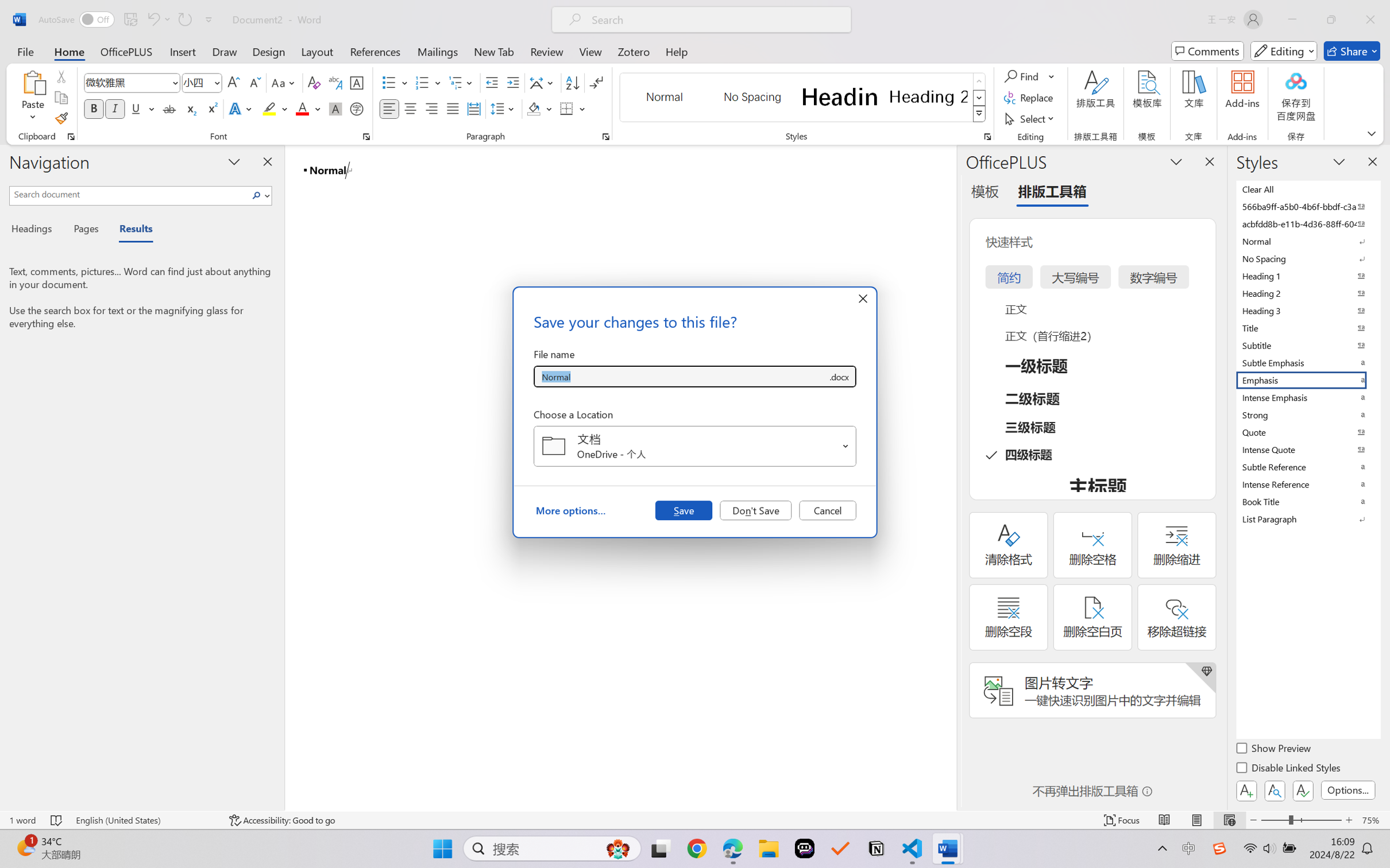 Image resolution: width=1390 pixels, height=868 pixels. Describe the element at coordinates (1307, 518) in the screenshot. I see `'List Paragraph'` at that location.